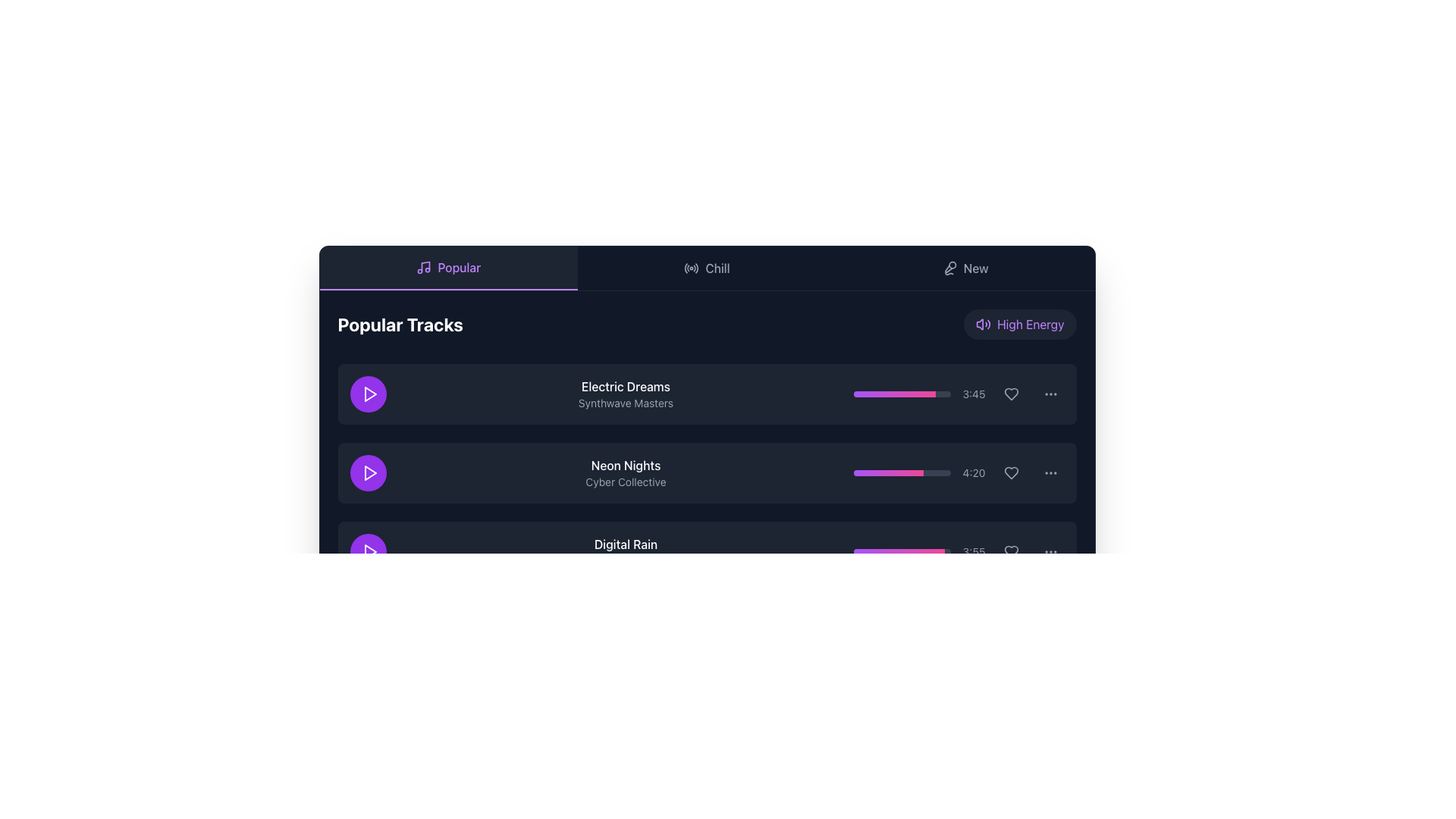 The height and width of the screenshot is (819, 1456). What do you see at coordinates (976, 268) in the screenshot?
I see `the 'New' text label located in the top-right corner of the interface, part of the horizontal navigation bar, to the right of the paperclip icon` at bounding box center [976, 268].